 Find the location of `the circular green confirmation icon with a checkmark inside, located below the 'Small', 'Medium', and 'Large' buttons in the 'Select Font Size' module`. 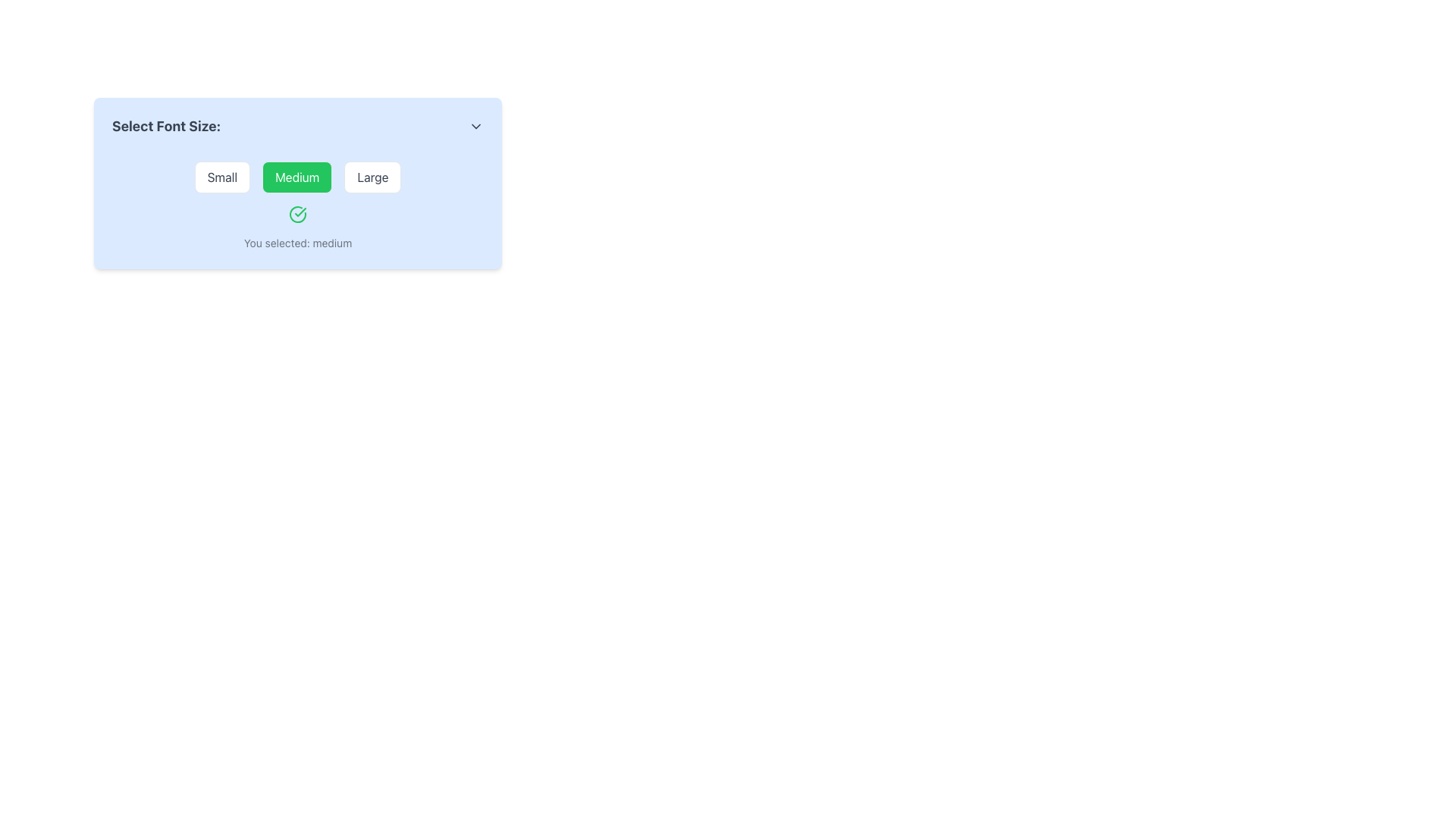

the circular green confirmation icon with a checkmark inside, located below the 'Small', 'Medium', and 'Large' buttons in the 'Select Font Size' module is located at coordinates (298, 214).